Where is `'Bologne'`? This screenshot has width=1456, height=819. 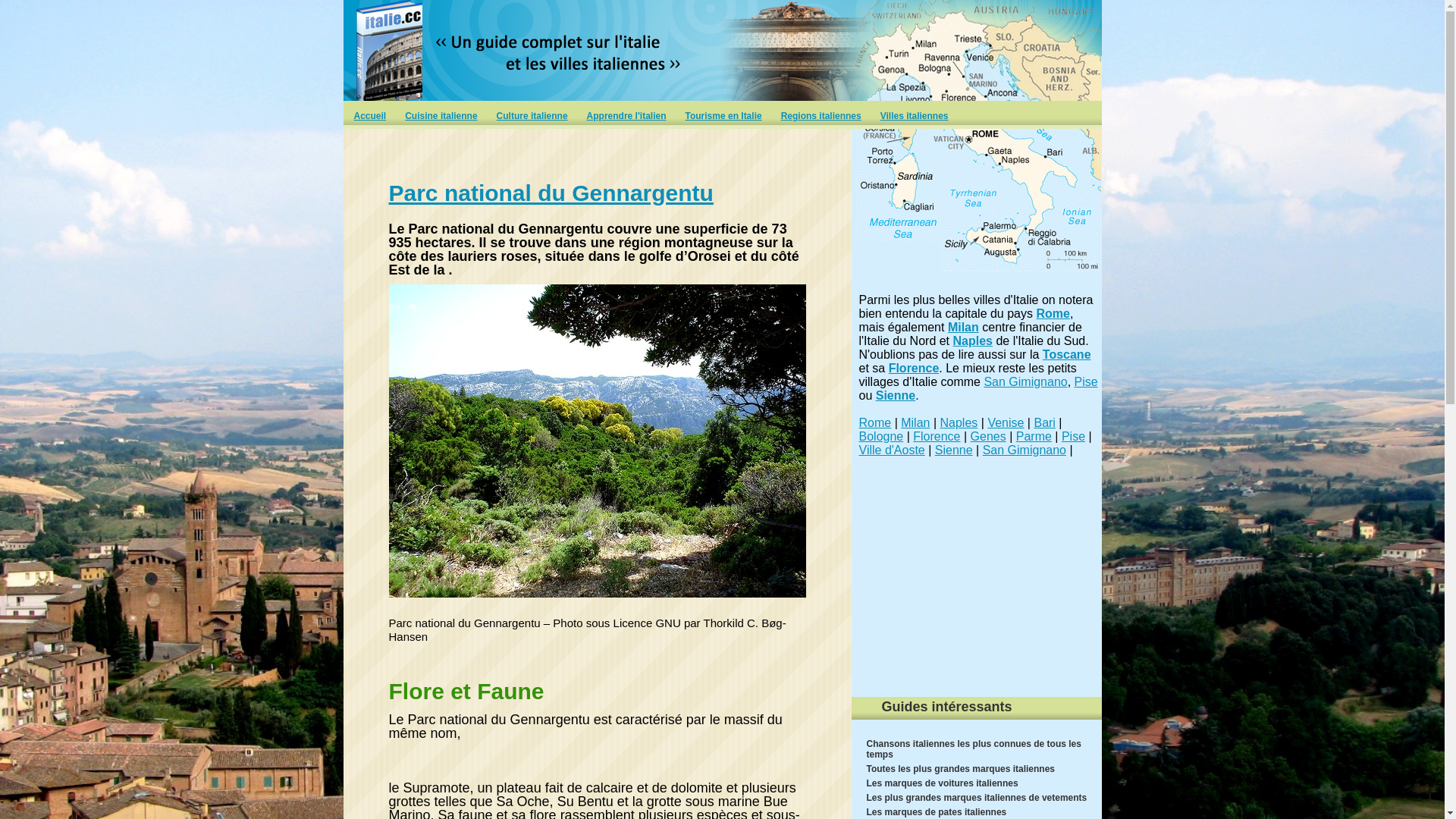
'Bologne' is located at coordinates (880, 436).